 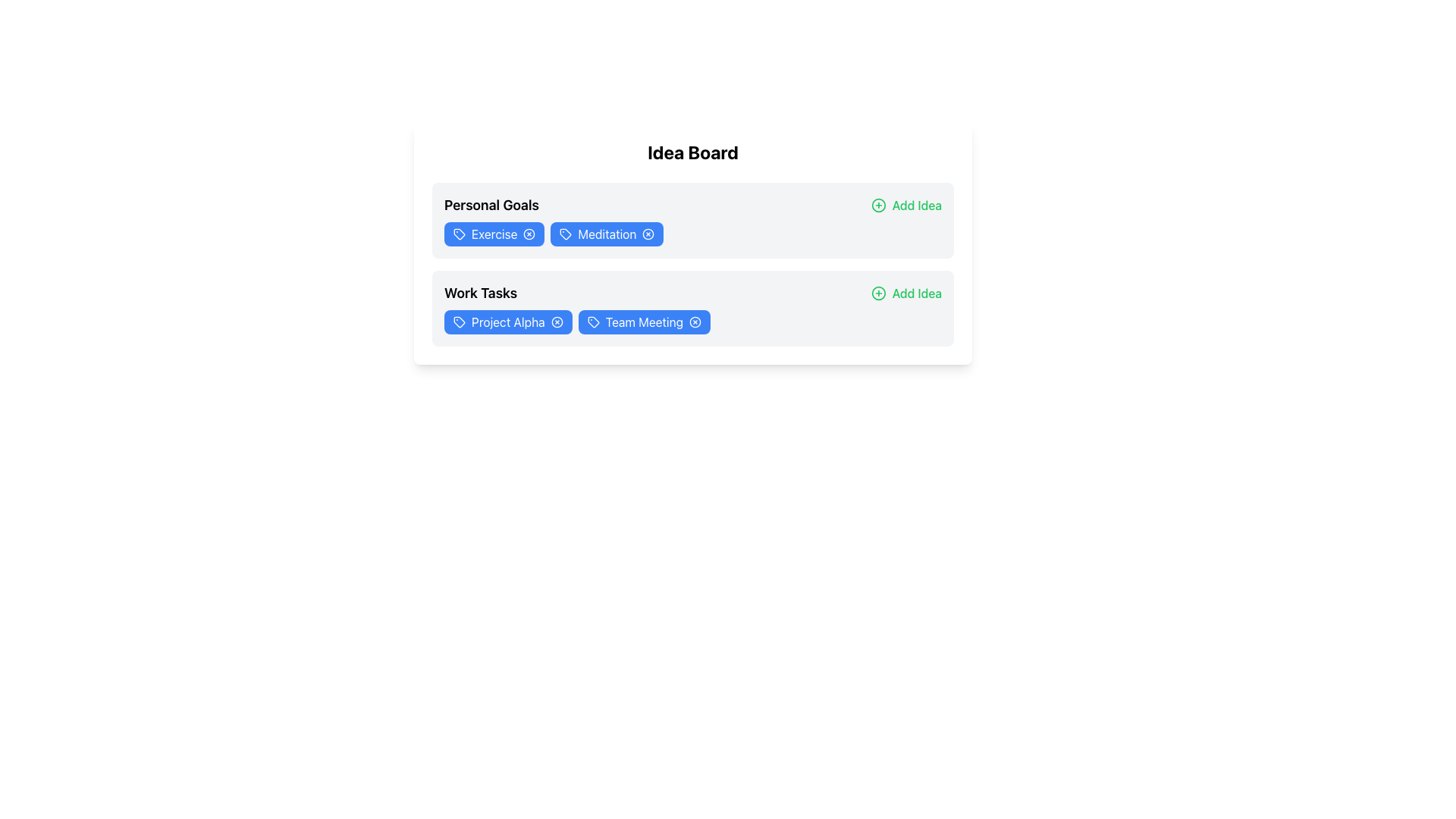 What do you see at coordinates (692, 321) in the screenshot?
I see `the second label or tag under the 'Work Tasks' header in the 'Idea Board' section` at bounding box center [692, 321].